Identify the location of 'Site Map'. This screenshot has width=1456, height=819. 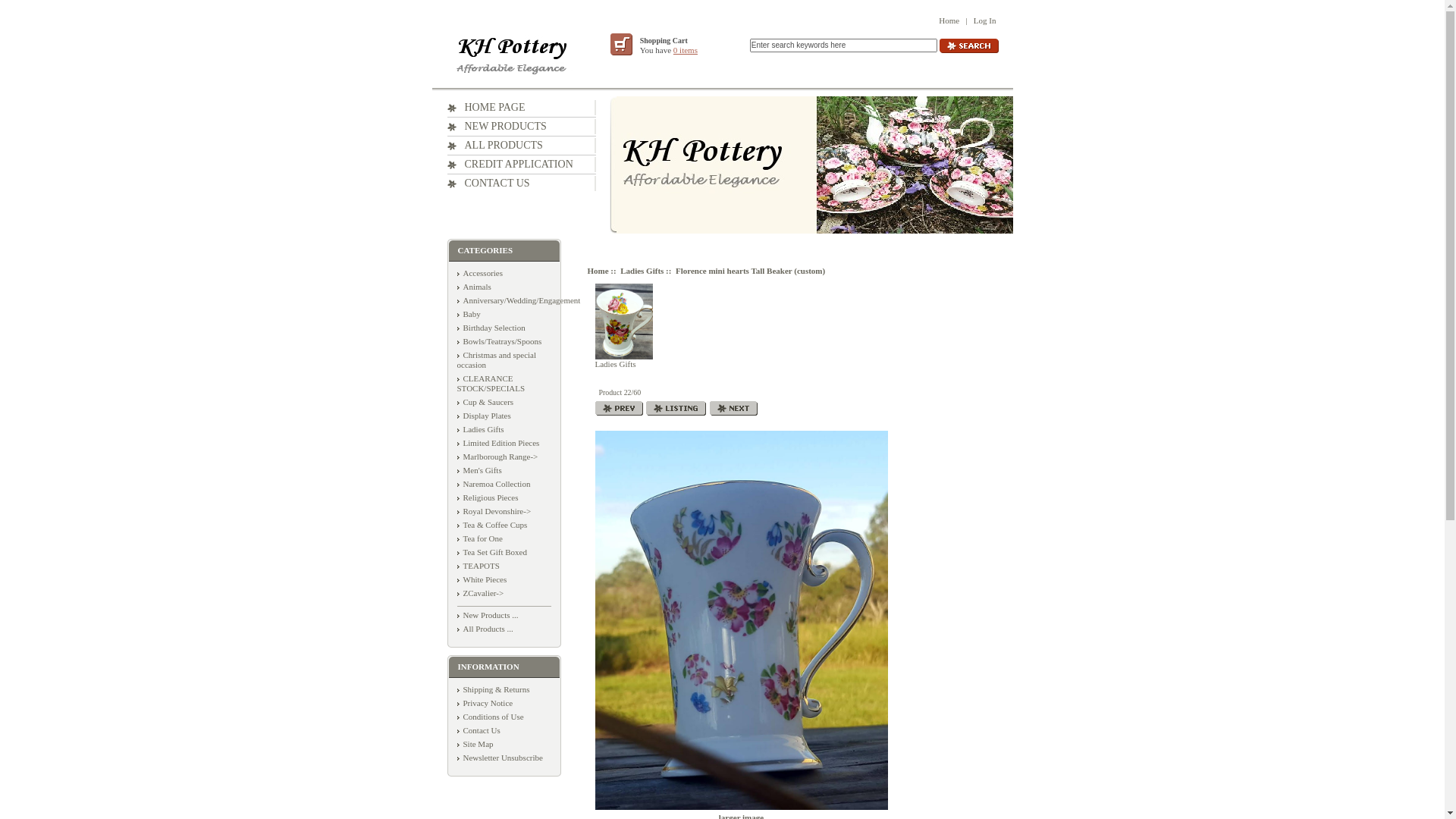
(473, 742).